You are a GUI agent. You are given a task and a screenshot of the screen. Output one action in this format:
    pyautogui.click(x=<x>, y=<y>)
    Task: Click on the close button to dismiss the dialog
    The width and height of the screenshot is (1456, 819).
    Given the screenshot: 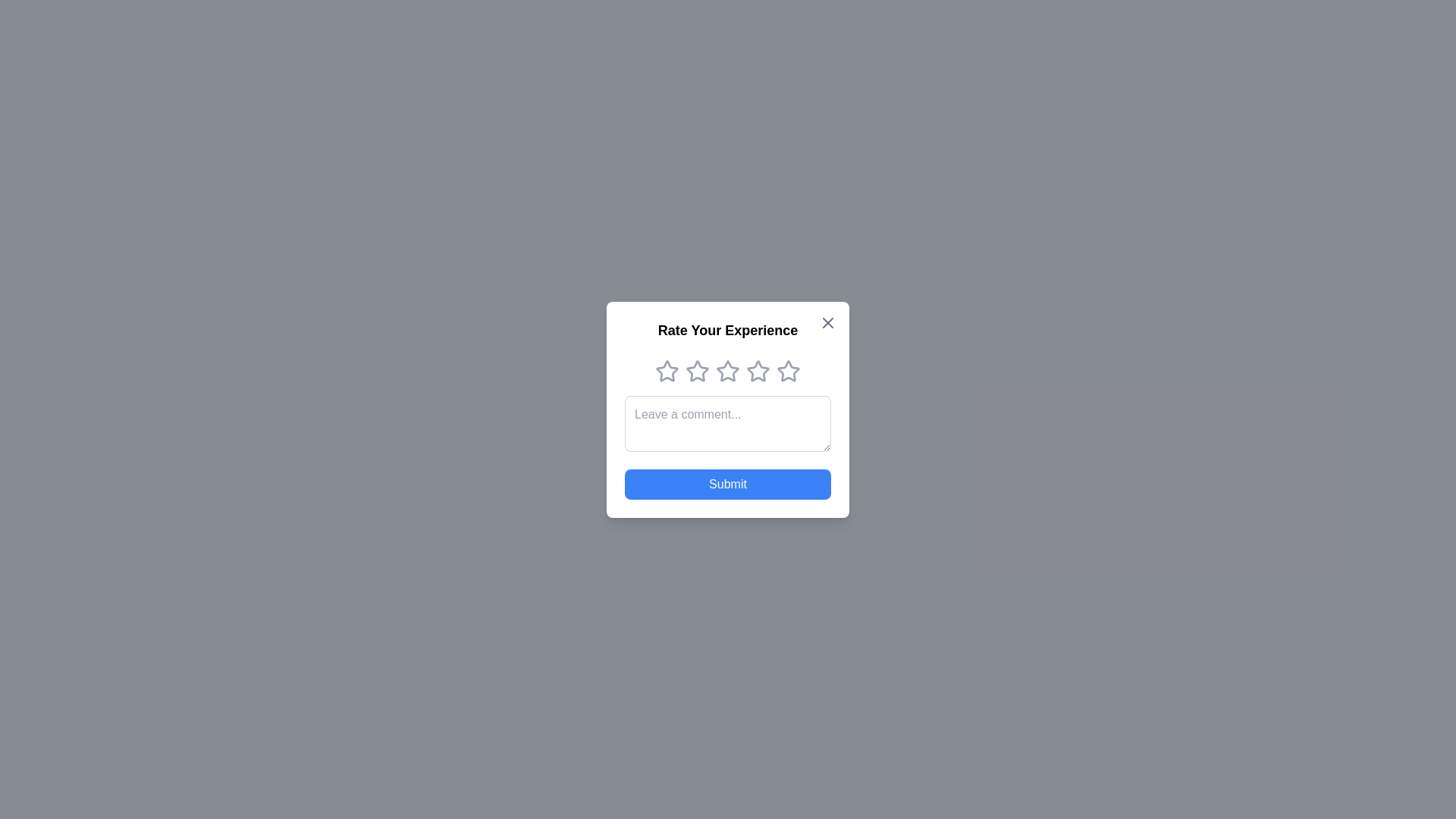 What is the action you would take?
    pyautogui.click(x=827, y=322)
    